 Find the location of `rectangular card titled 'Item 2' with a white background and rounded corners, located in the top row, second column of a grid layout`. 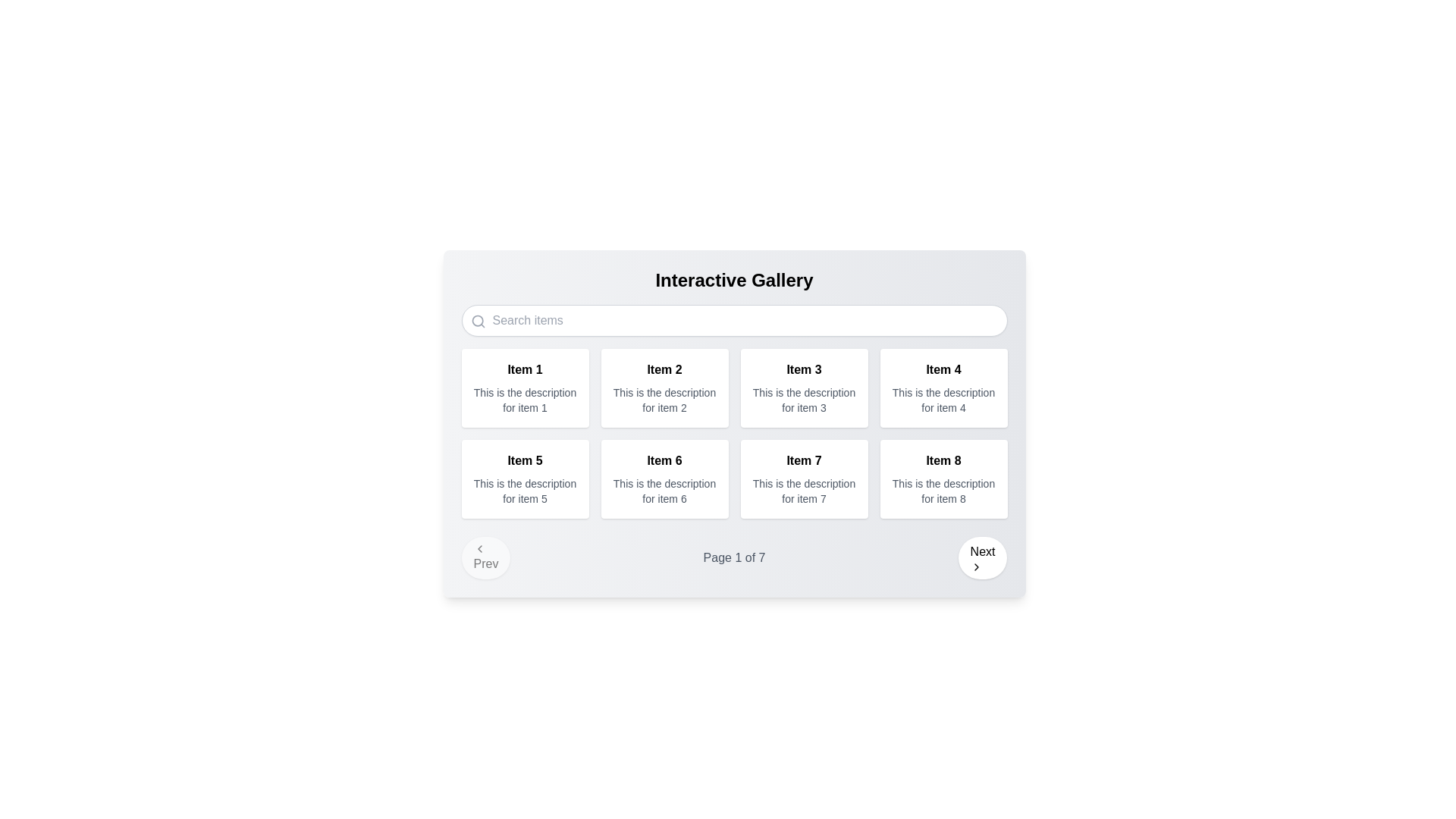

rectangular card titled 'Item 2' with a white background and rounded corners, located in the top row, second column of a grid layout is located at coordinates (664, 388).